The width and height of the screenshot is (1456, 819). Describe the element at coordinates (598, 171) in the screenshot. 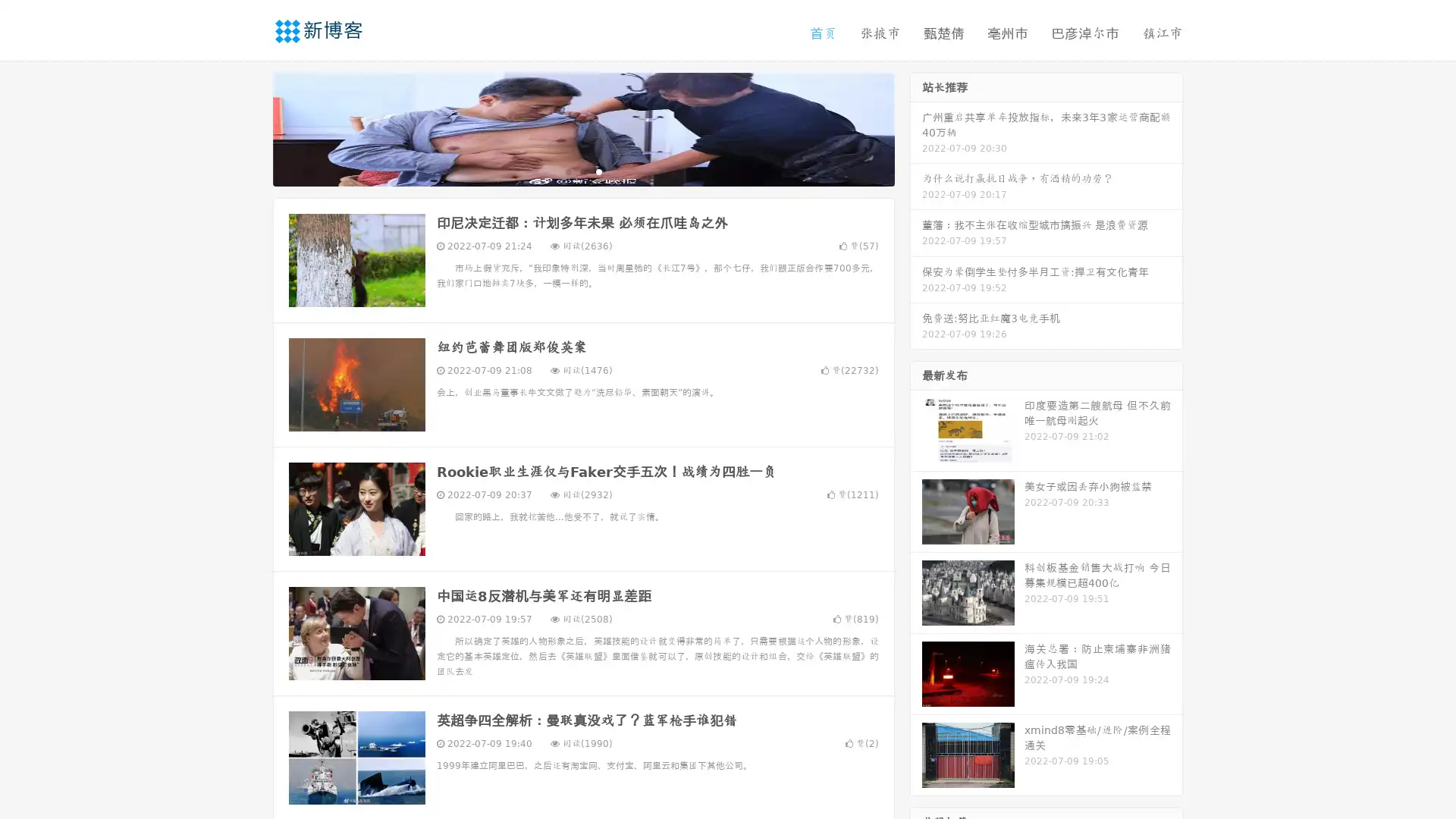

I see `Go to slide 3` at that location.